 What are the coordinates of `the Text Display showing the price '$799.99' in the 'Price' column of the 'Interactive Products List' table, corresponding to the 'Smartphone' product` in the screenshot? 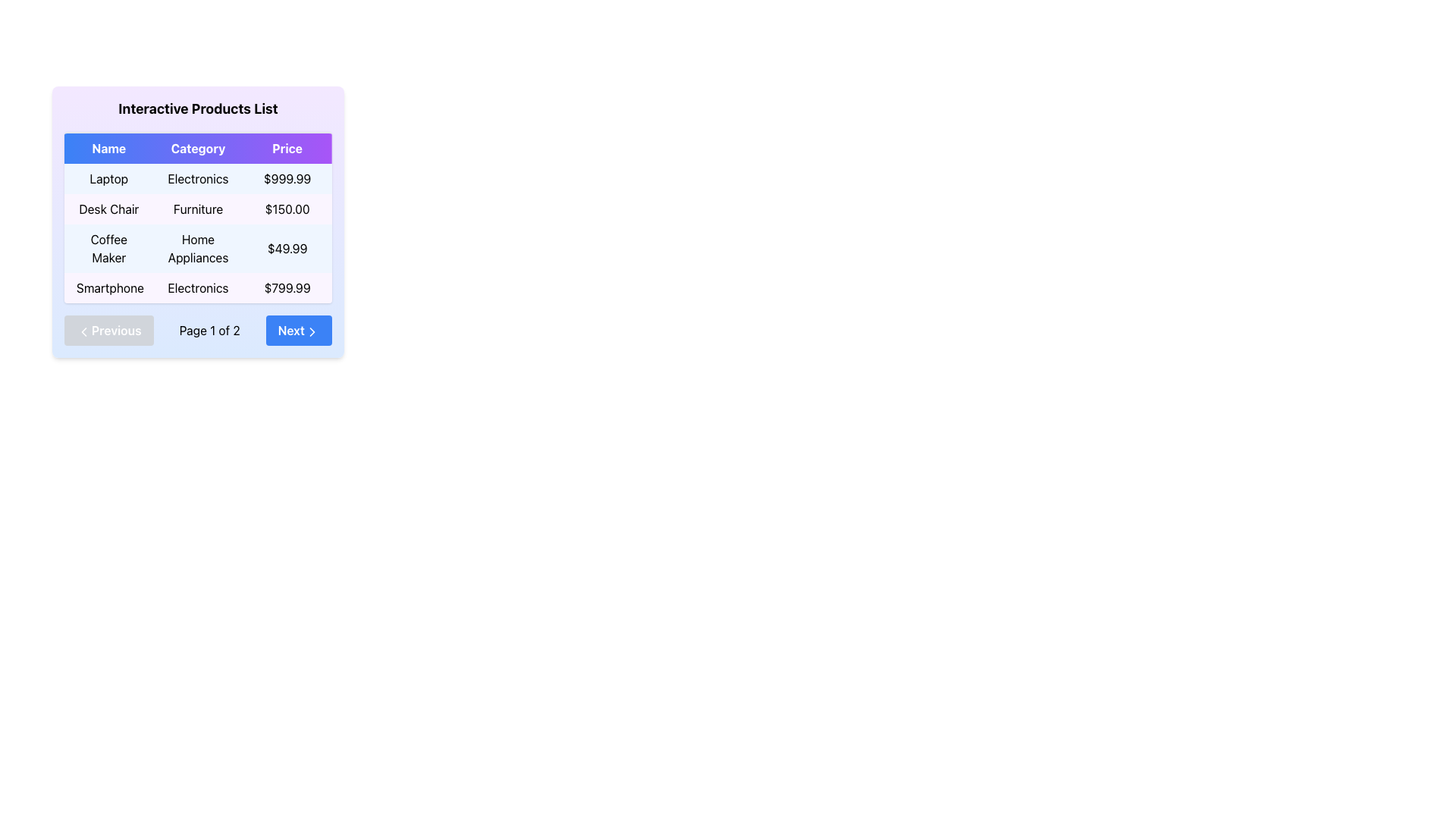 It's located at (287, 288).